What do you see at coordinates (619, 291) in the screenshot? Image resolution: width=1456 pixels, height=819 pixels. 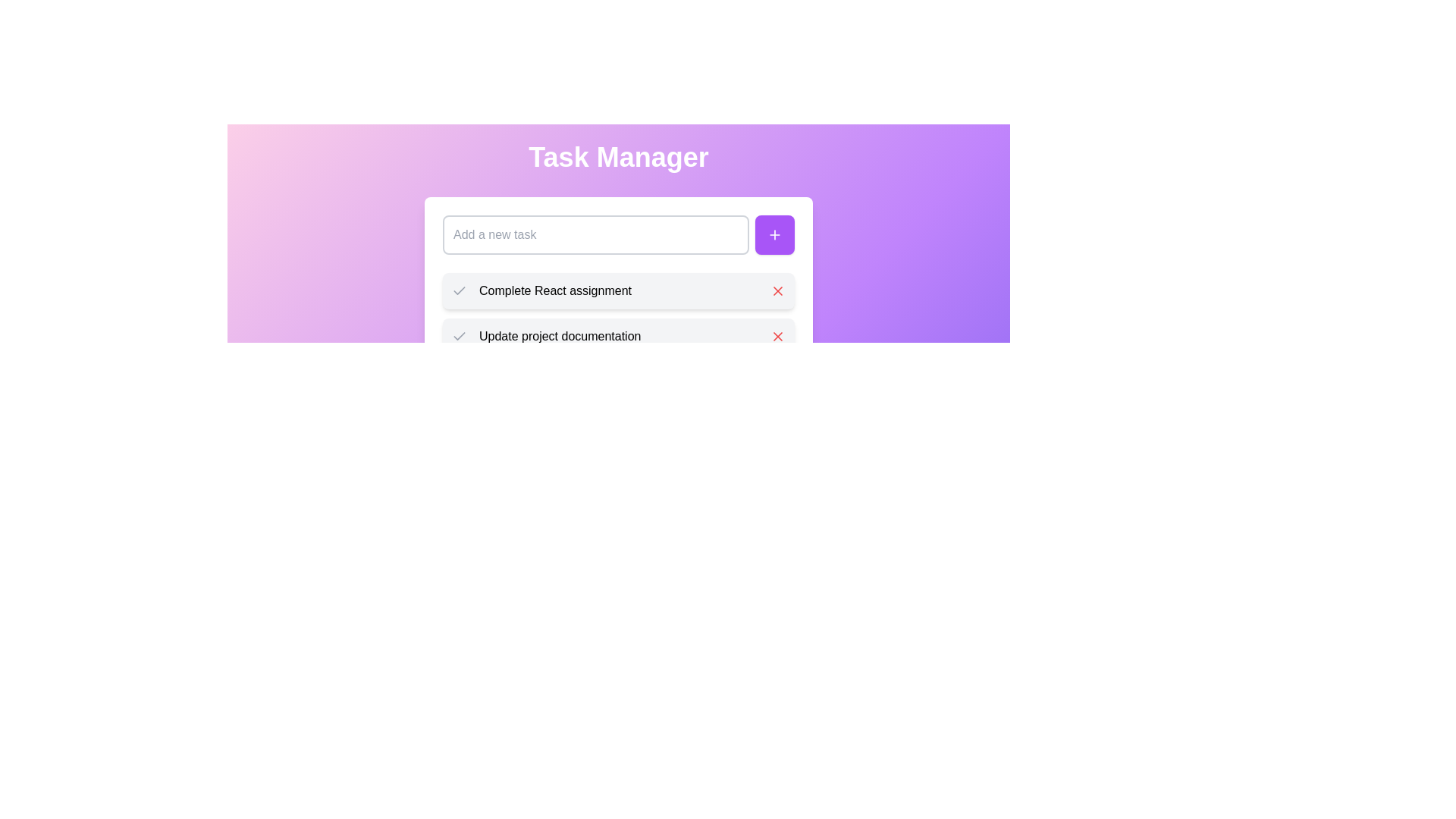 I see `the text of the first task card in the task manager application to read the task description` at bounding box center [619, 291].